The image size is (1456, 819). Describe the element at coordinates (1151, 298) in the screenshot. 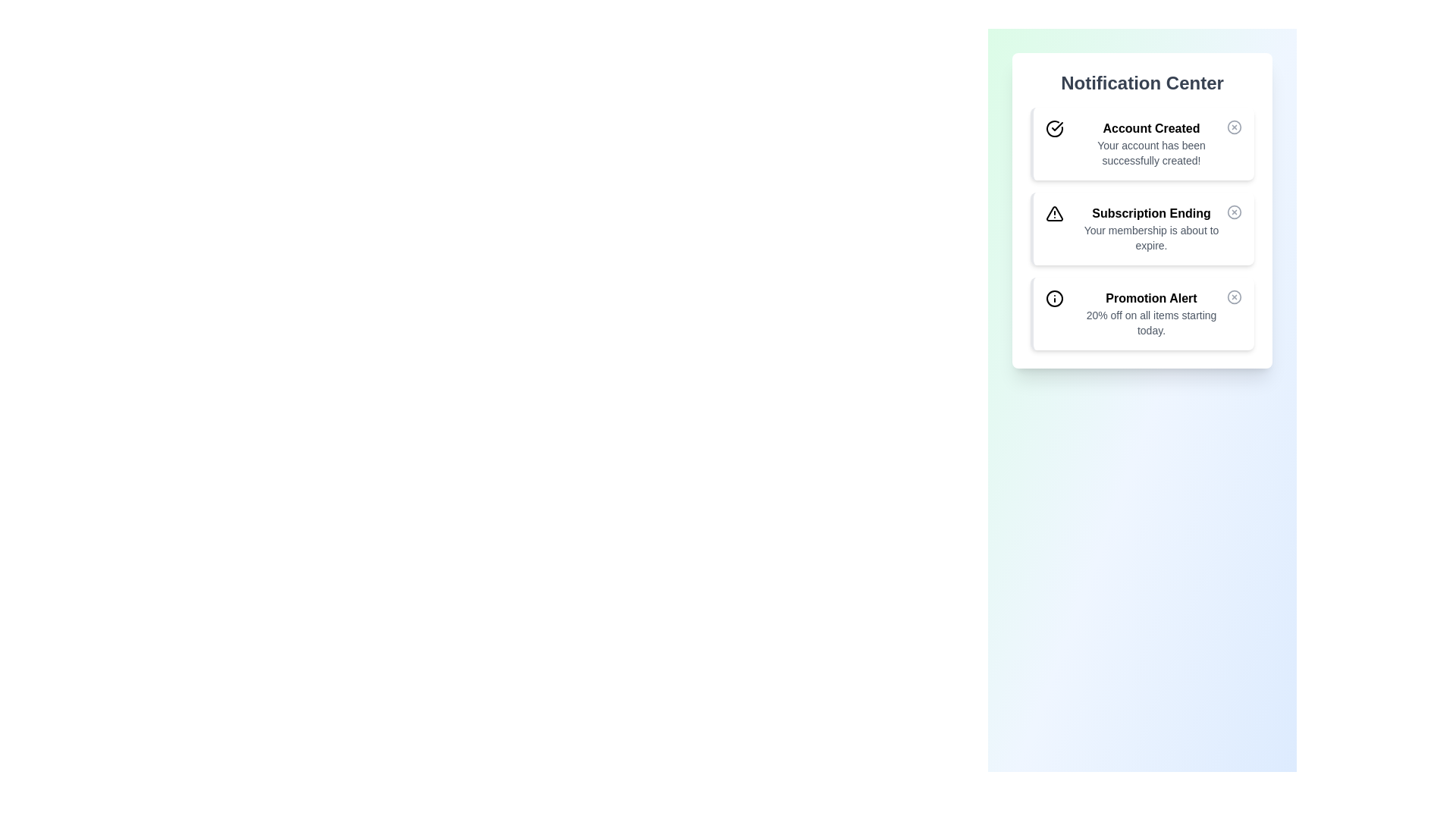

I see `text from the bold and prominent 'Promotion Alert' label located in the Notification Center panel` at that location.